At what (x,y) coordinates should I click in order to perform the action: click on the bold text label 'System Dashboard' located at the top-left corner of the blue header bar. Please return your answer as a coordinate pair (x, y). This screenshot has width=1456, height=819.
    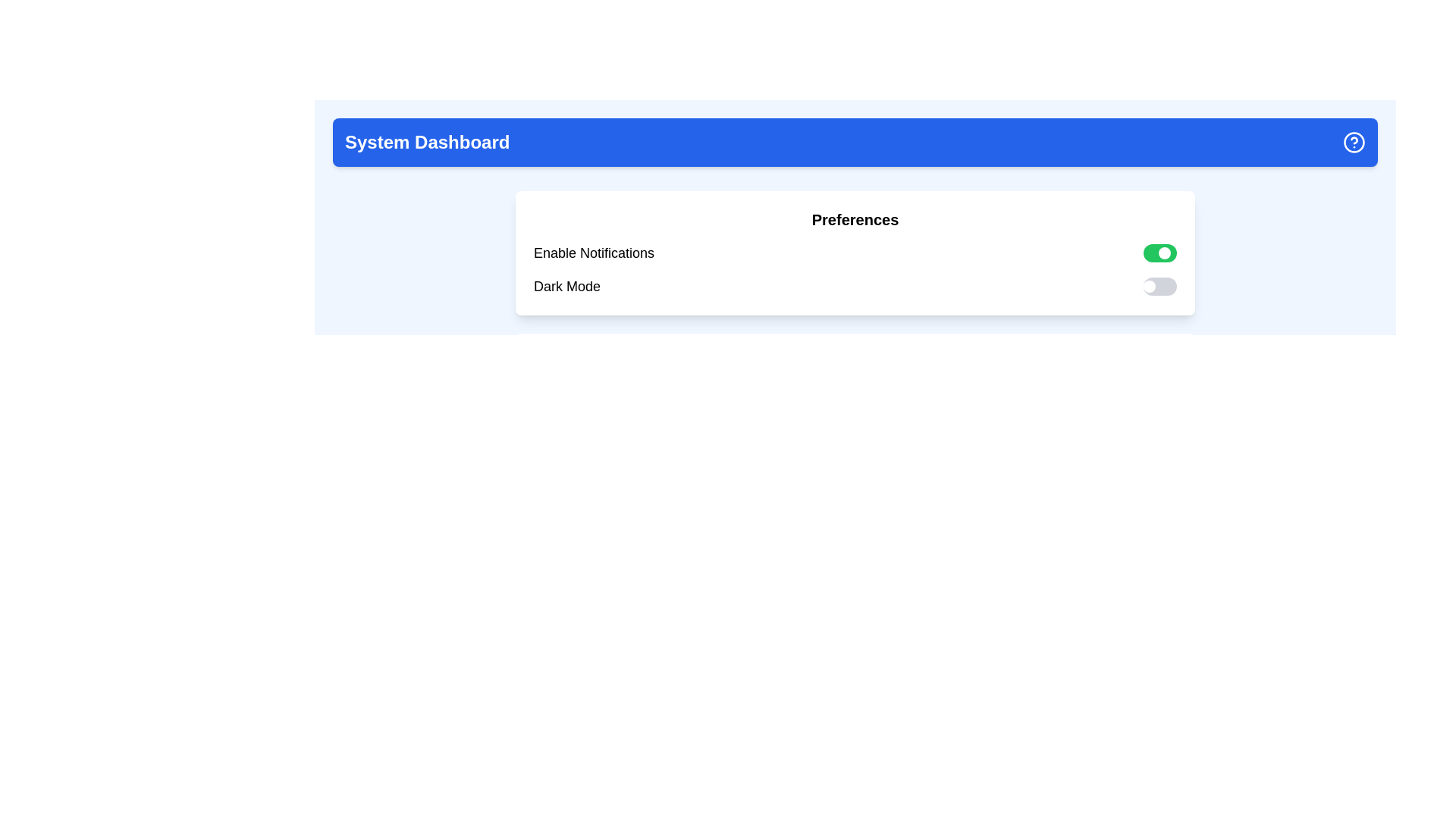
    Looking at the image, I should click on (426, 143).